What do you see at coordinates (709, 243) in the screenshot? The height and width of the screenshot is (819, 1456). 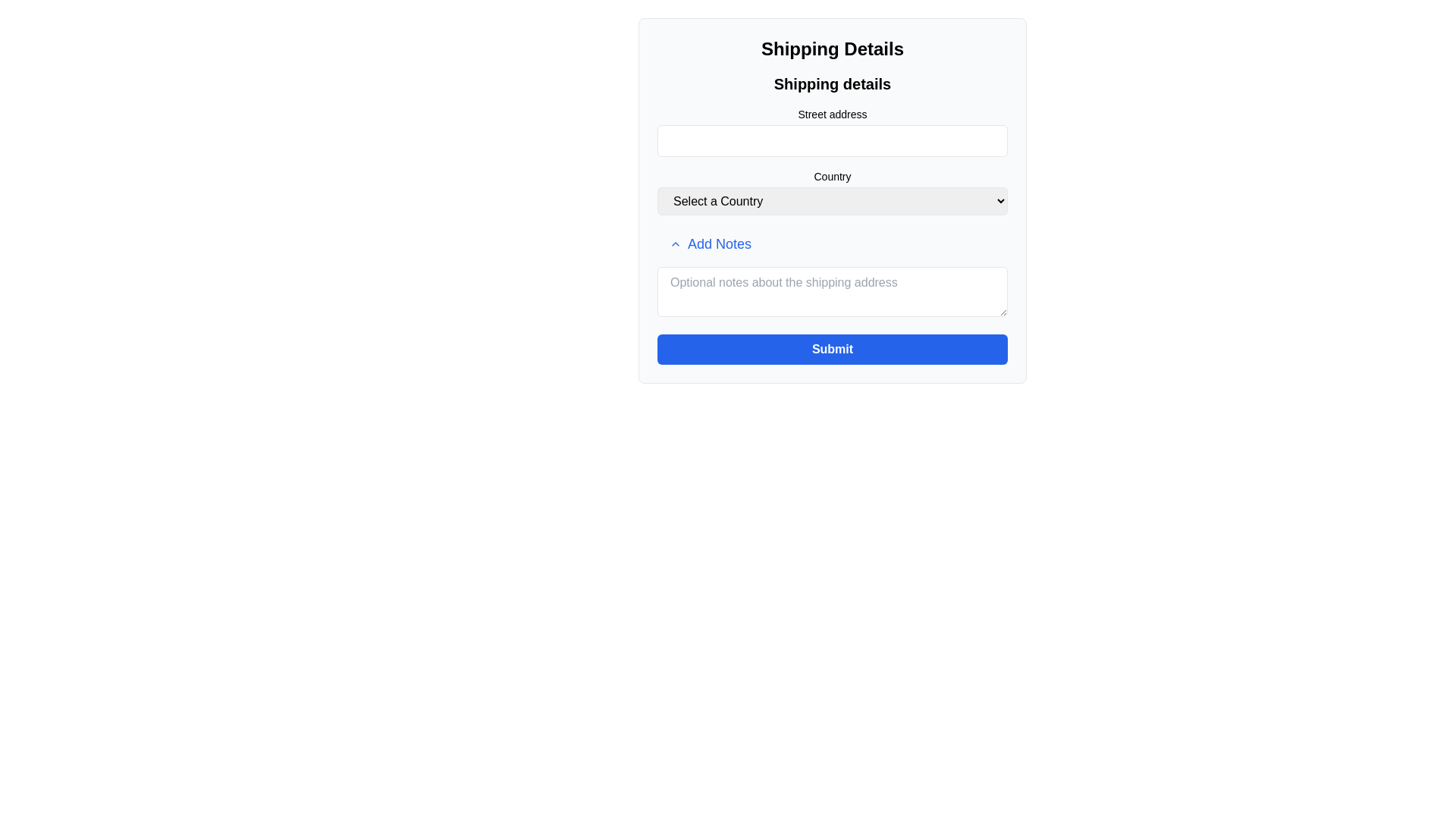 I see `the Interactive Button-Like Toggle` at bounding box center [709, 243].